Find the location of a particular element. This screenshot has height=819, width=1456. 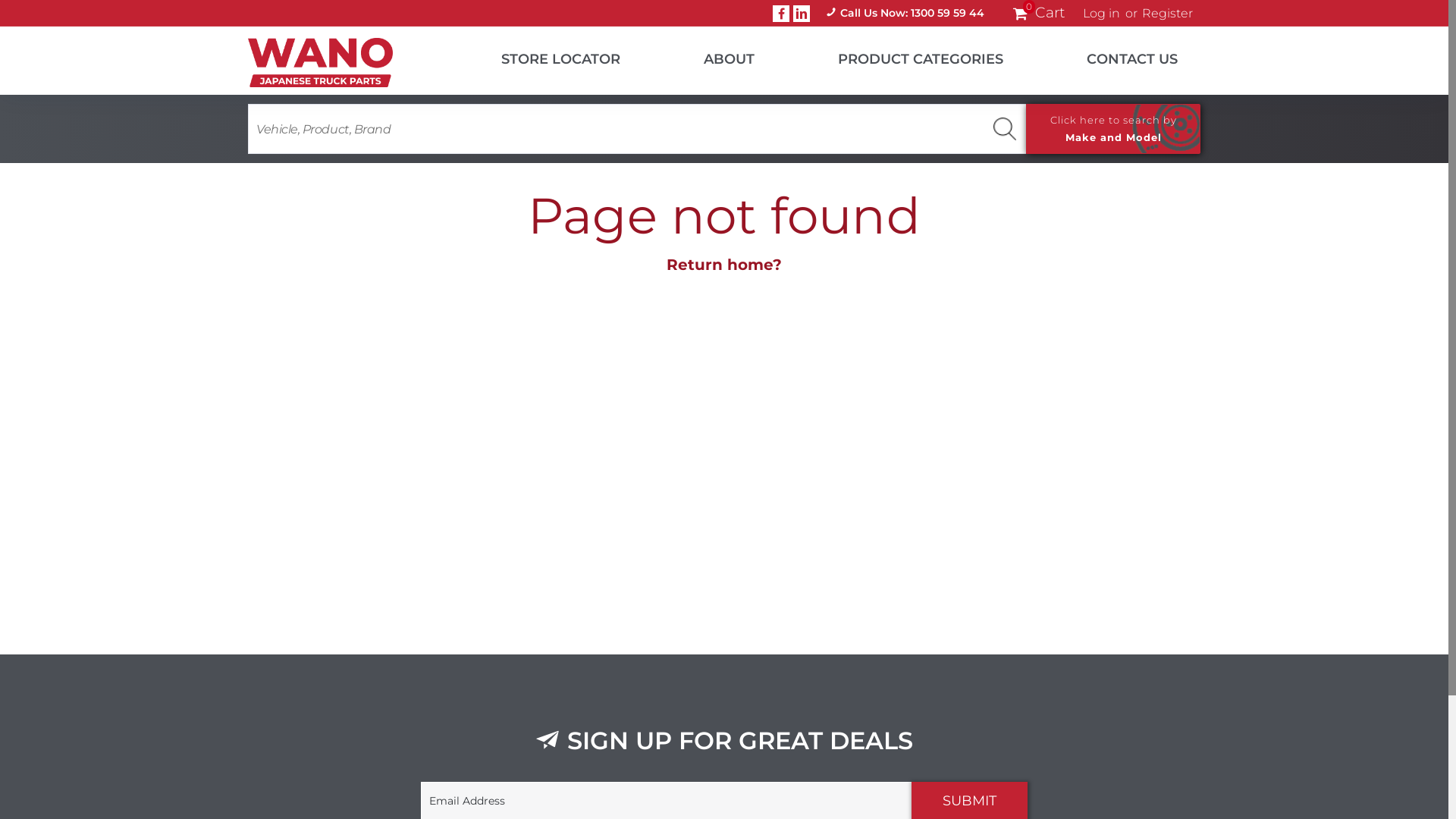

'Call Us Now: 1300 59 59 44' is located at coordinates (814, 13).